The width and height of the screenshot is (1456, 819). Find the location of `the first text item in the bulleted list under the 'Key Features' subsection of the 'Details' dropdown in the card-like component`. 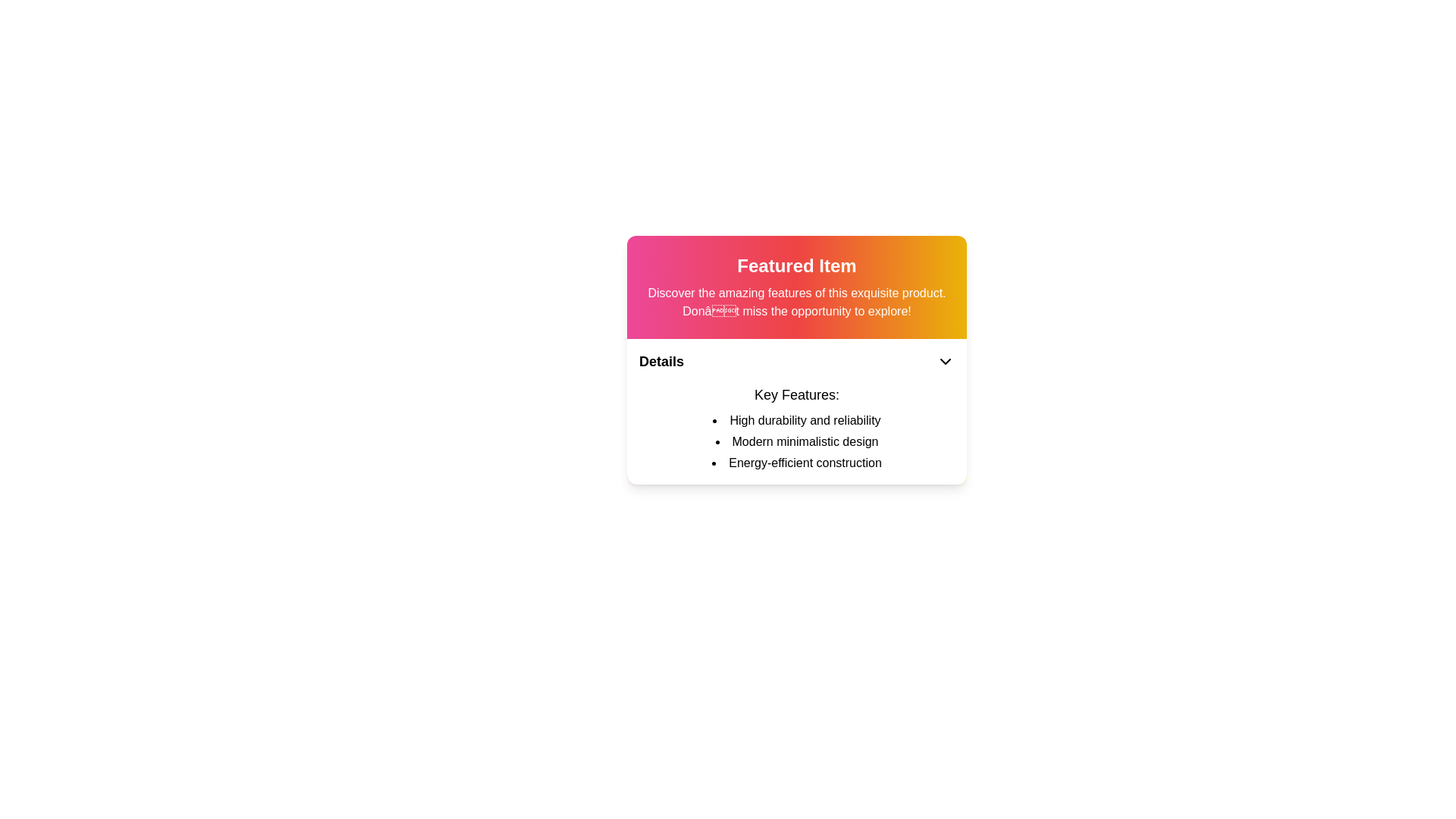

the first text item in the bulleted list under the 'Key Features' subsection of the 'Details' dropdown in the card-like component is located at coordinates (796, 421).